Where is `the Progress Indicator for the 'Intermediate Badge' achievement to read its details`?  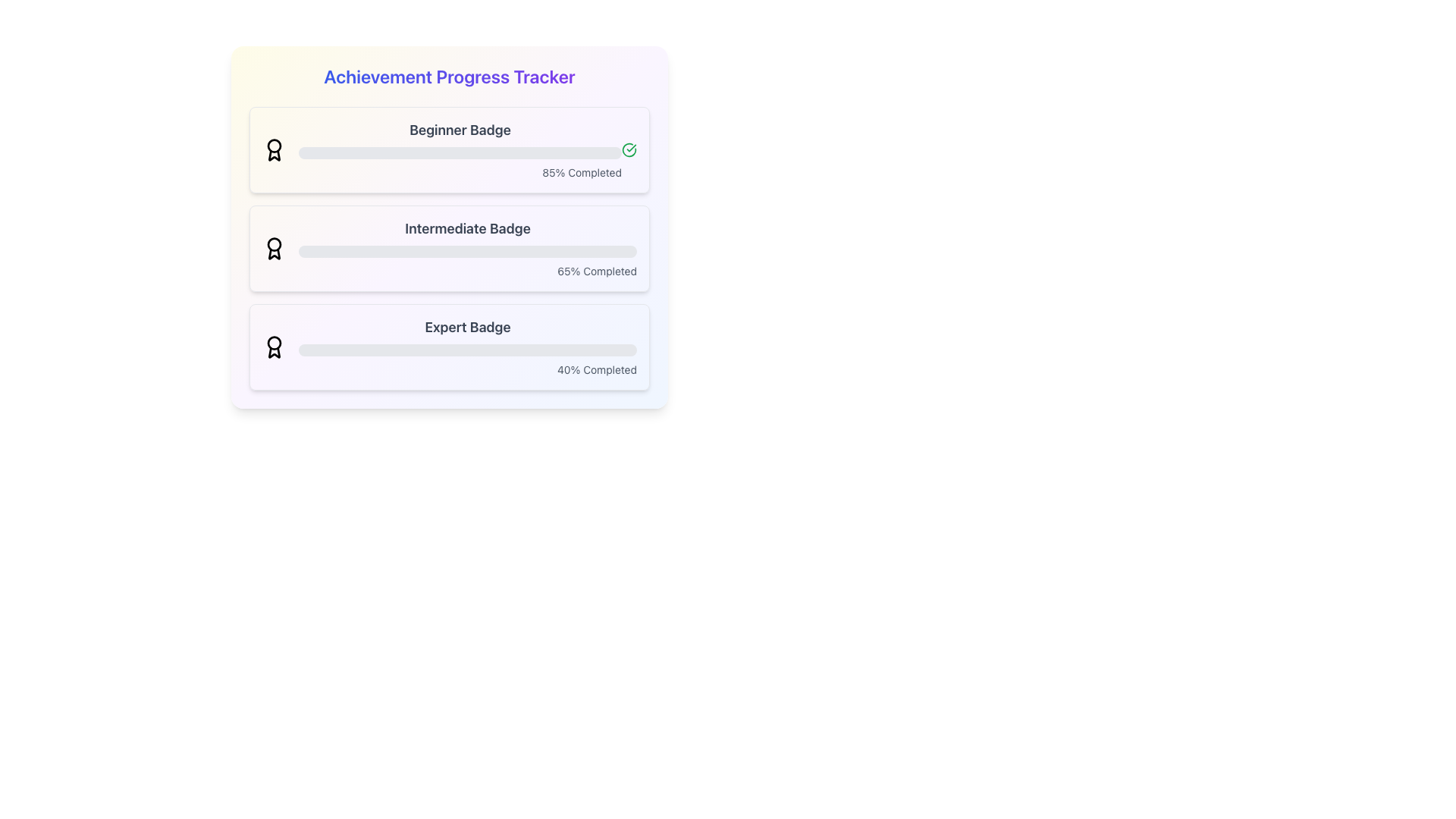 the Progress Indicator for the 'Intermediate Badge' achievement to read its details is located at coordinates (467, 247).